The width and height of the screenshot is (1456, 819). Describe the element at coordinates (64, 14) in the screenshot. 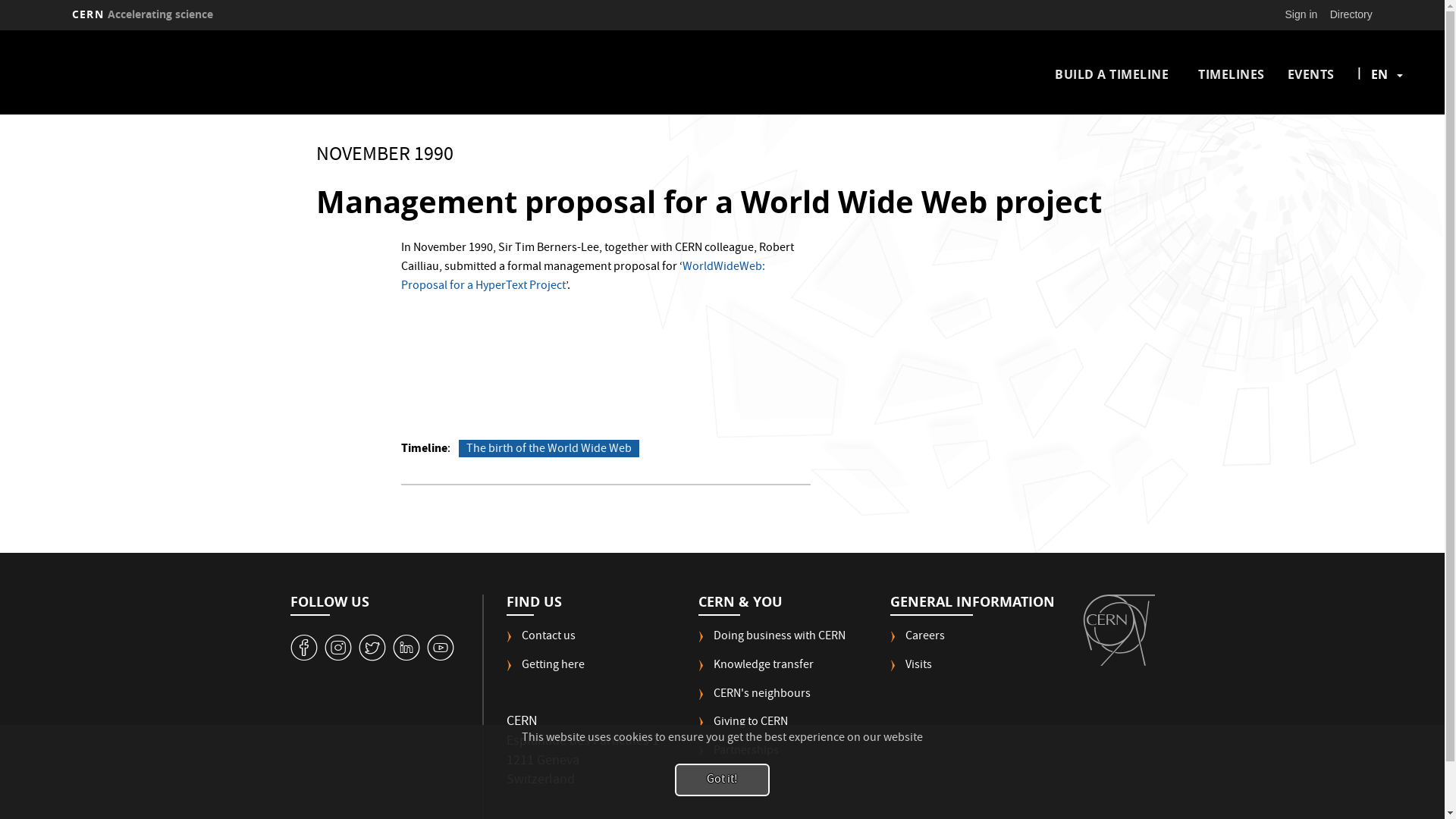

I see `'CERN Accelerating science'` at that location.